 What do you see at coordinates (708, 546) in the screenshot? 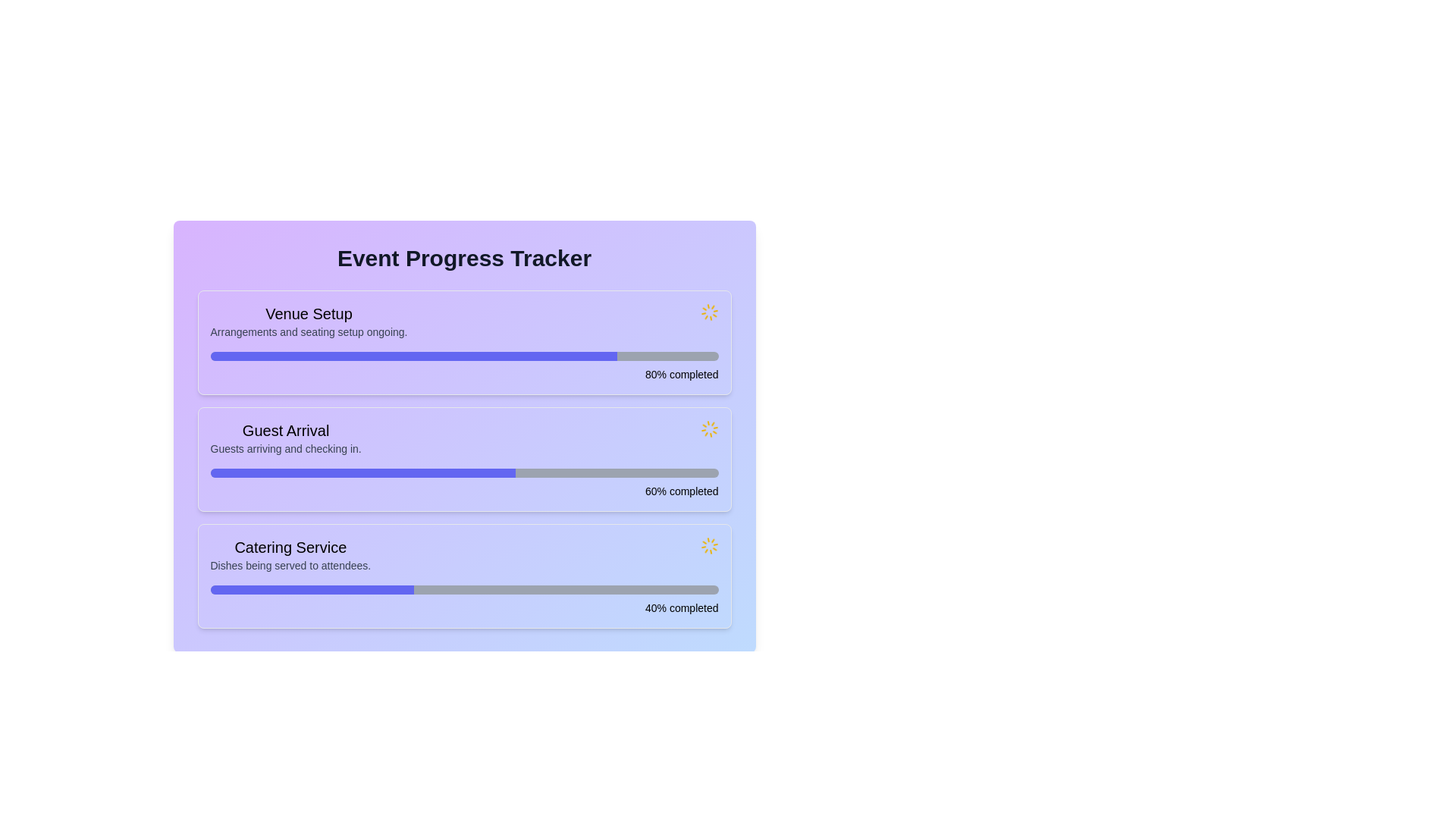
I see `the spinning yellow Animation Icon located in the 'Catering Service' section of the progress tracker interface, adjacent to the progress bar` at bounding box center [708, 546].